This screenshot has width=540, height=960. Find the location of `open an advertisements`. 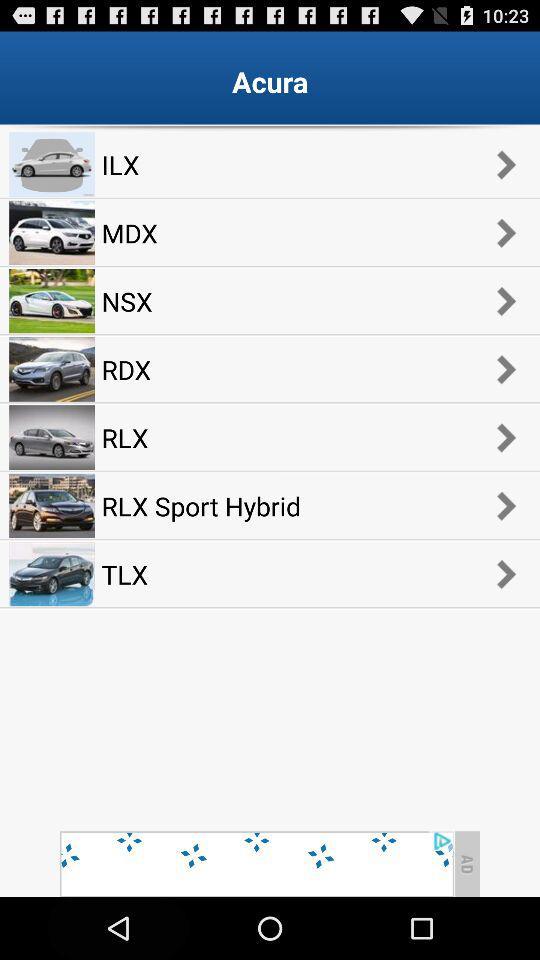

open an advertisements is located at coordinates (256, 863).